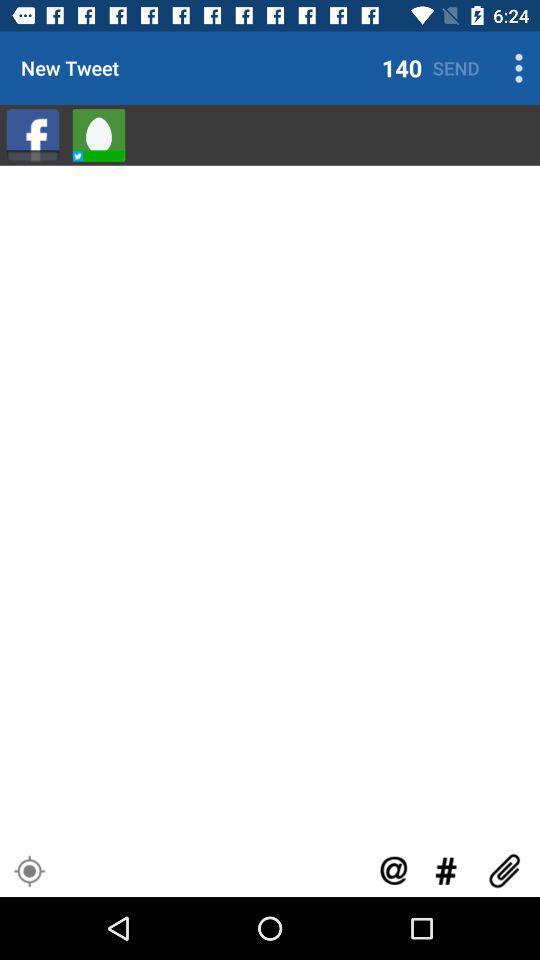 The height and width of the screenshot is (960, 540). Describe the element at coordinates (393, 869) in the screenshot. I see `the help icon` at that location.